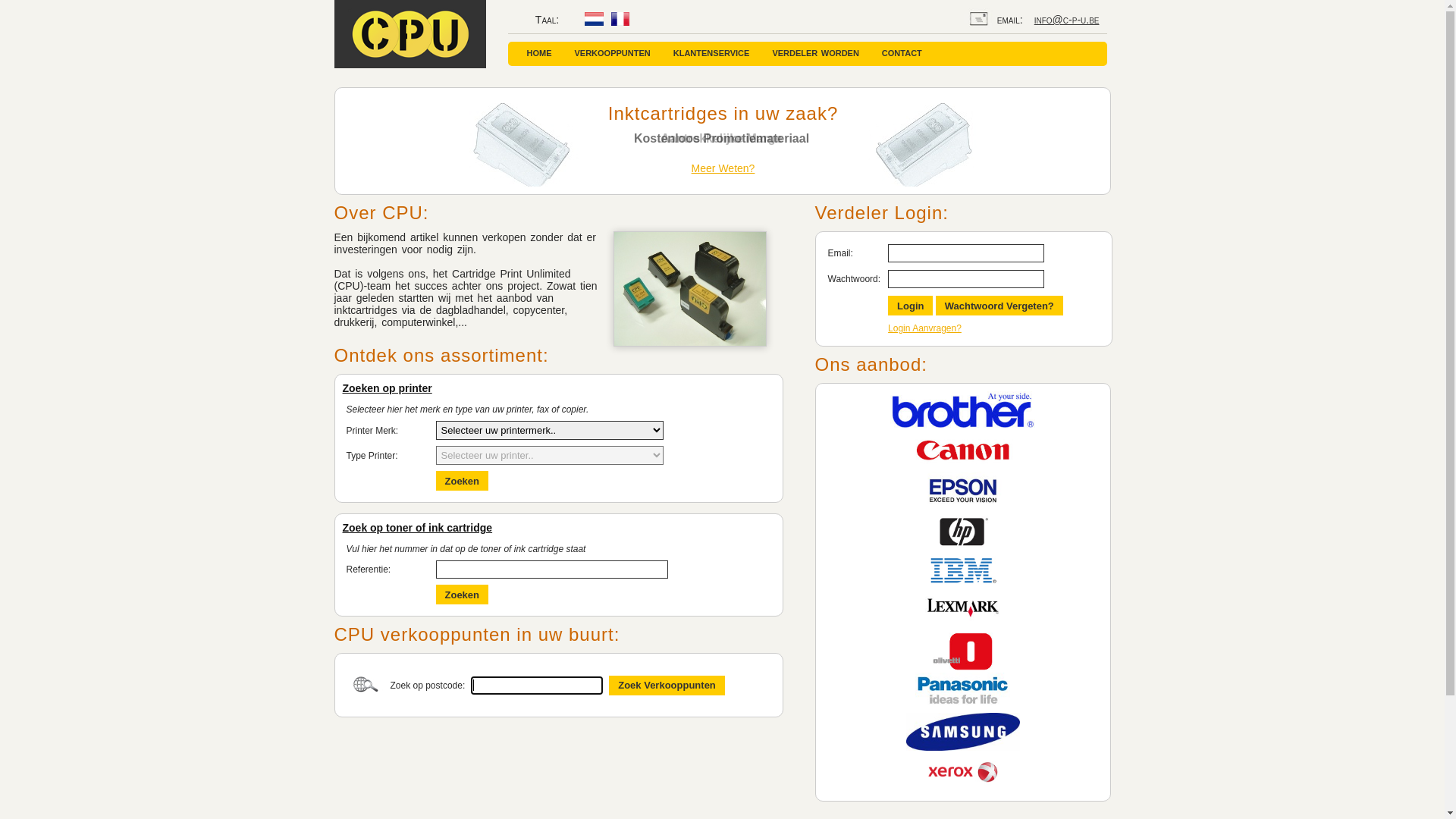 Image resolution: width=1456 pixels, height=819 pixels. What do you see at coordinates (910, 305) in the screenshot?
I see `'Login'` at bounding box center [910, 305].